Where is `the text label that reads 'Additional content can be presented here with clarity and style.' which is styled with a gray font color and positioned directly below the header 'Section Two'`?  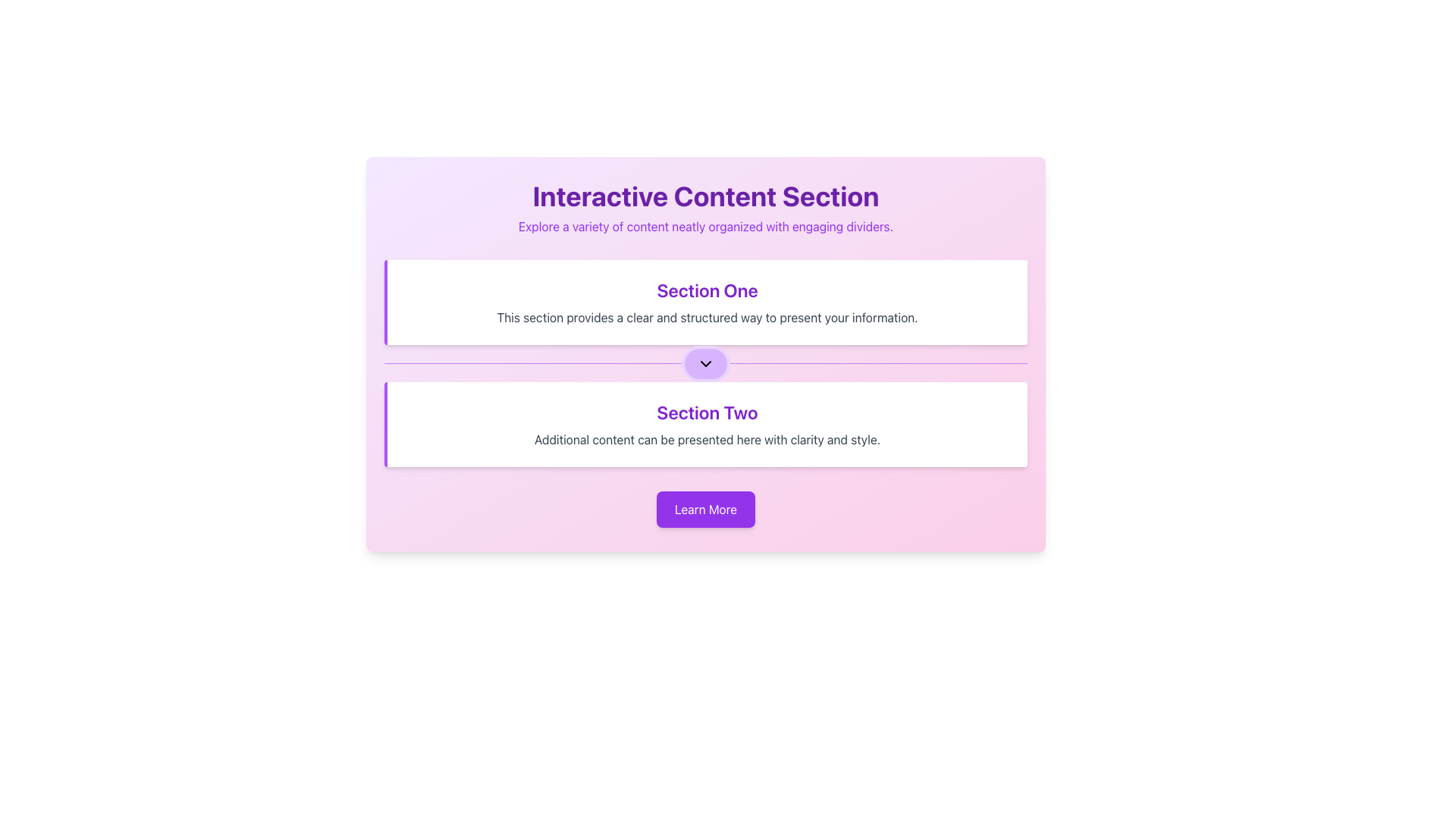 the text label that reads 'Additional content can be presented here with clarity and style.' which is styled with a gray font color and positioned directly below the header 'Section Two' is located at coordinates (706, 439).